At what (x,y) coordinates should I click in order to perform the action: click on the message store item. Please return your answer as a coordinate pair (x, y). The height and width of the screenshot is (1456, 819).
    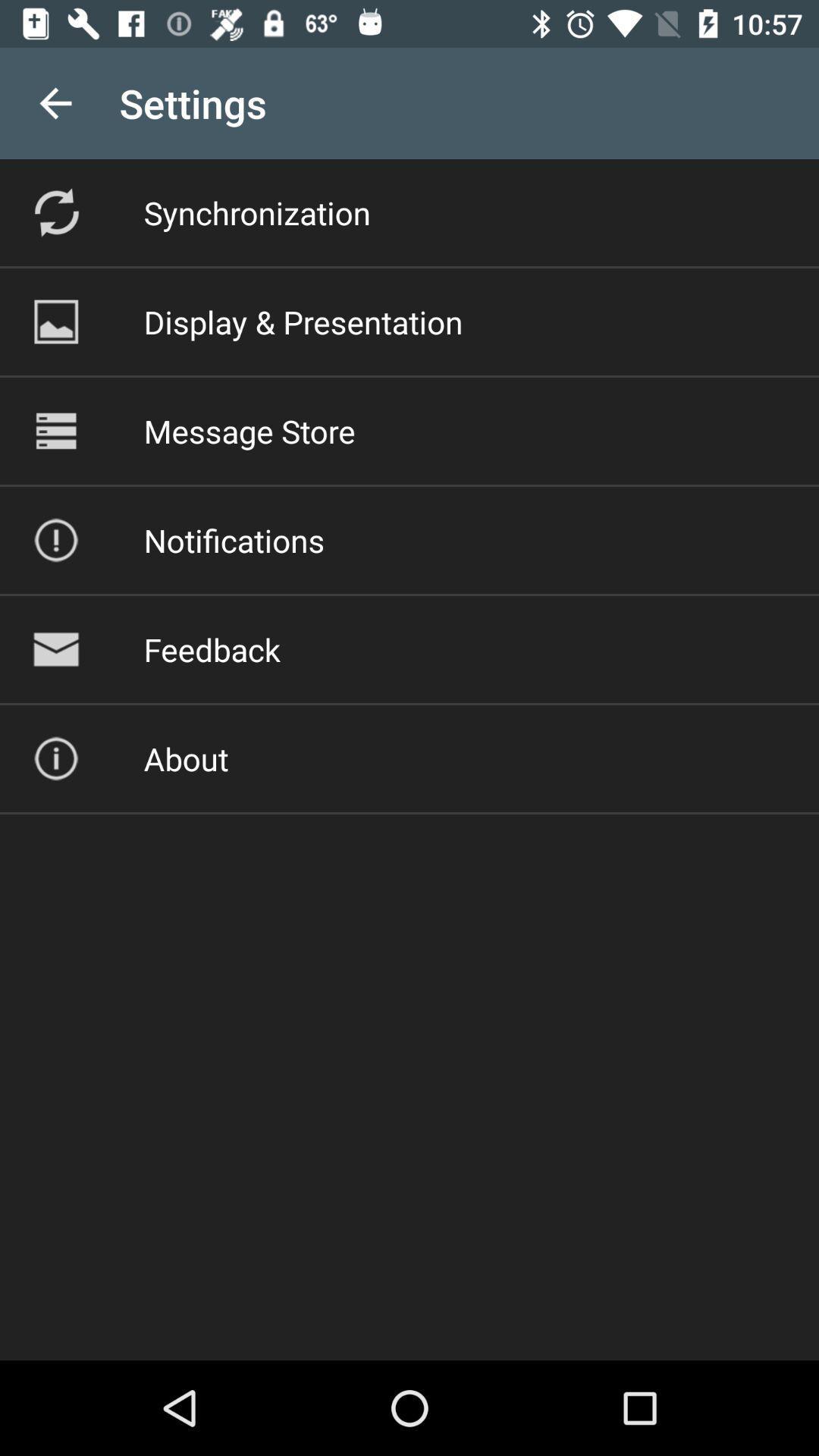
    Looking at the image, I should click on (249, 430).